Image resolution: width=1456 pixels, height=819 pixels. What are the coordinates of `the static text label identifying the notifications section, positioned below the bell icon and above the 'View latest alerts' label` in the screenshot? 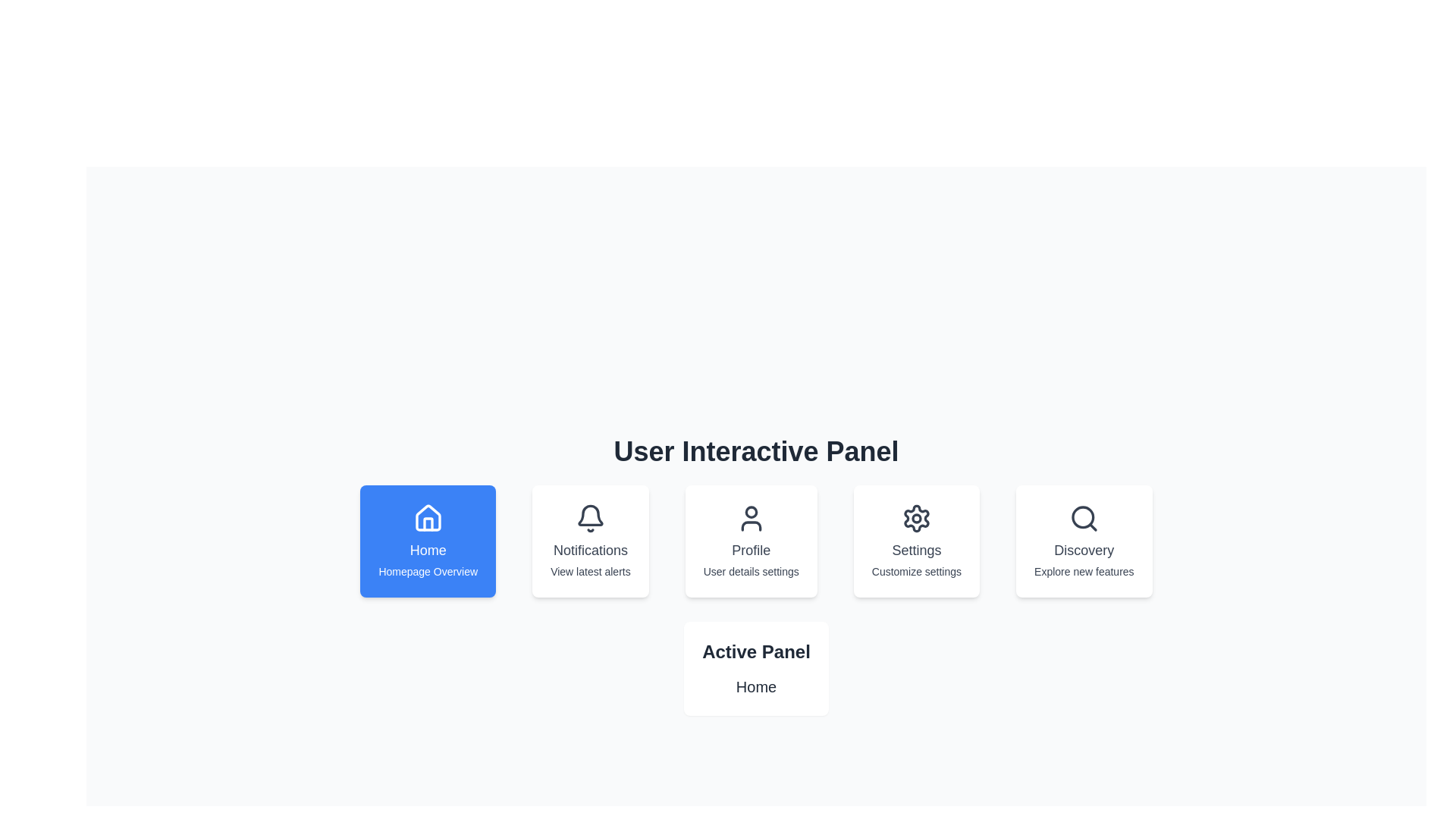 It's located at (589, 550).